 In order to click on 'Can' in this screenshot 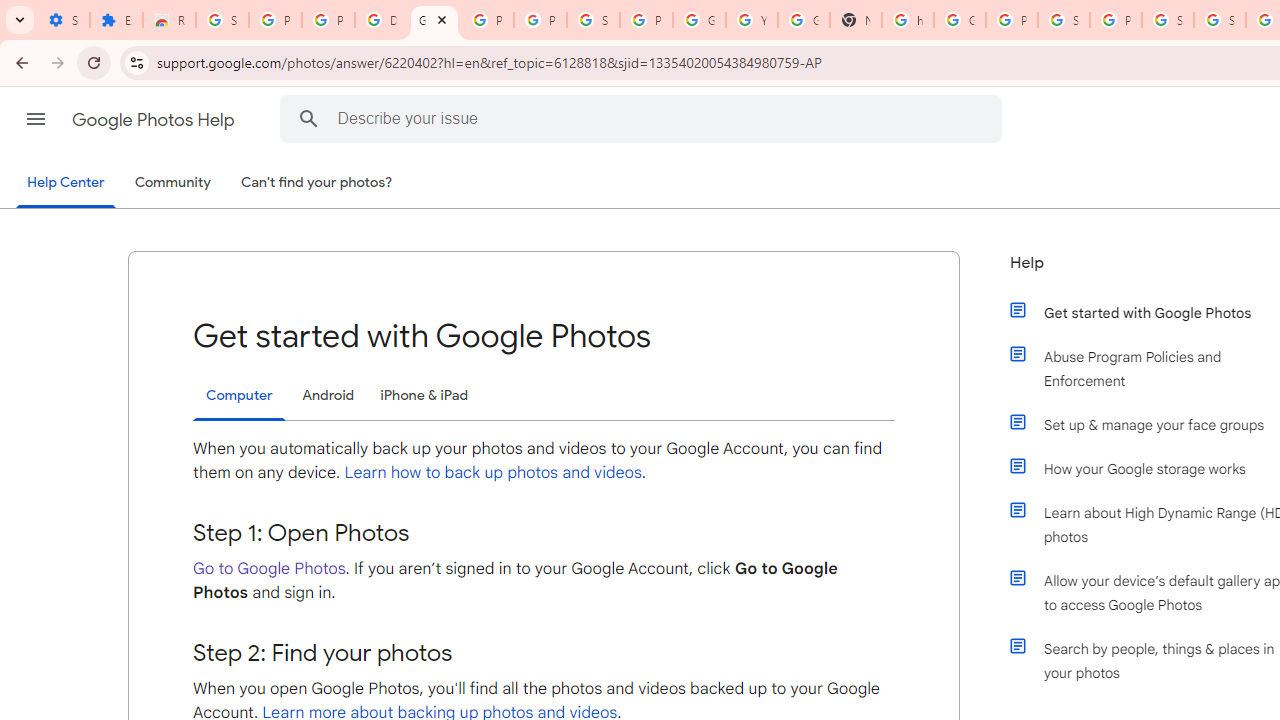, I will do `click(316, 183)`.